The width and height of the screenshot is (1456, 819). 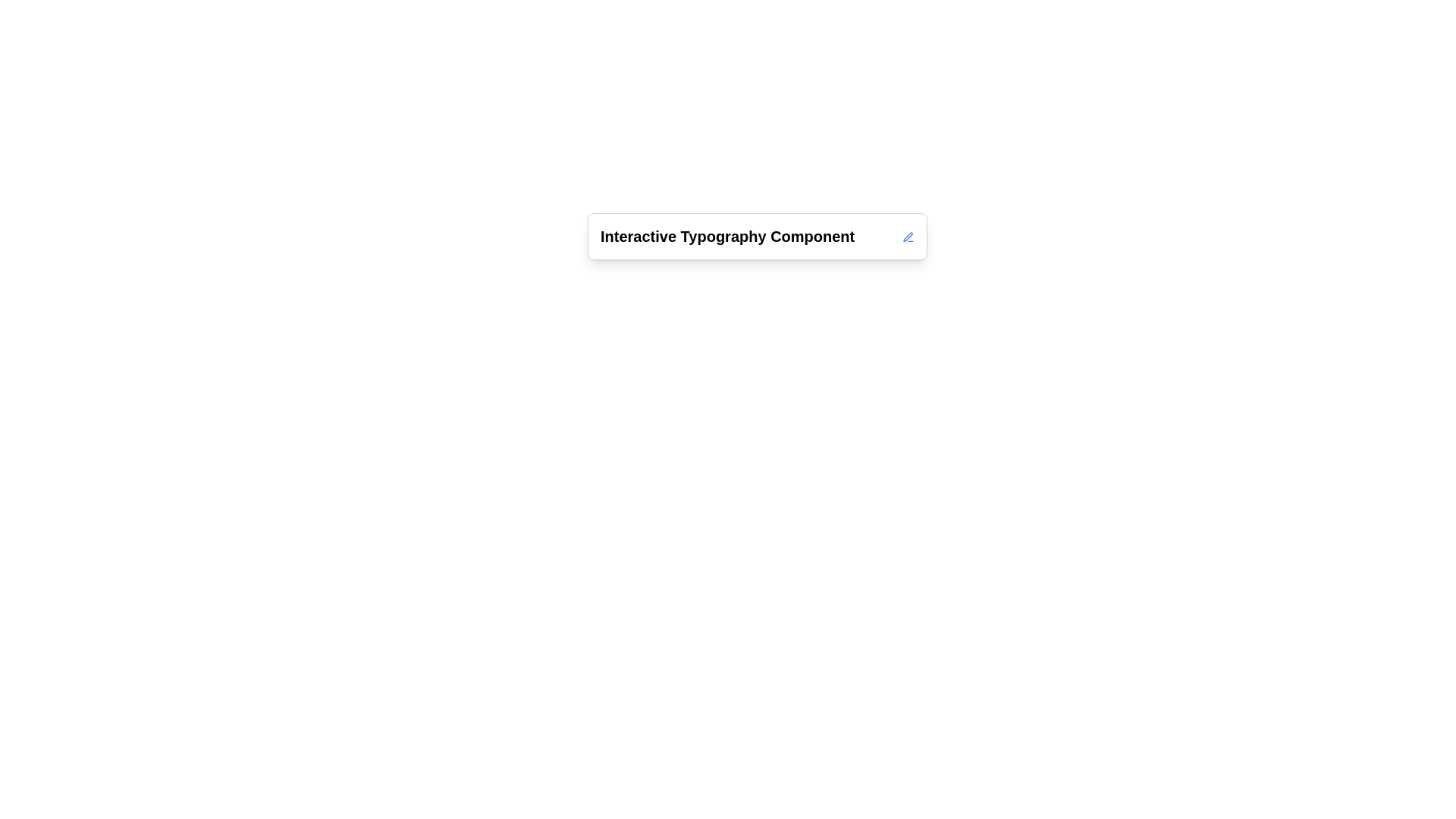 I want to click on the pen tool icon button adjacent to the 'Interactive Typography Component' text label, so click(x=908, y=237).